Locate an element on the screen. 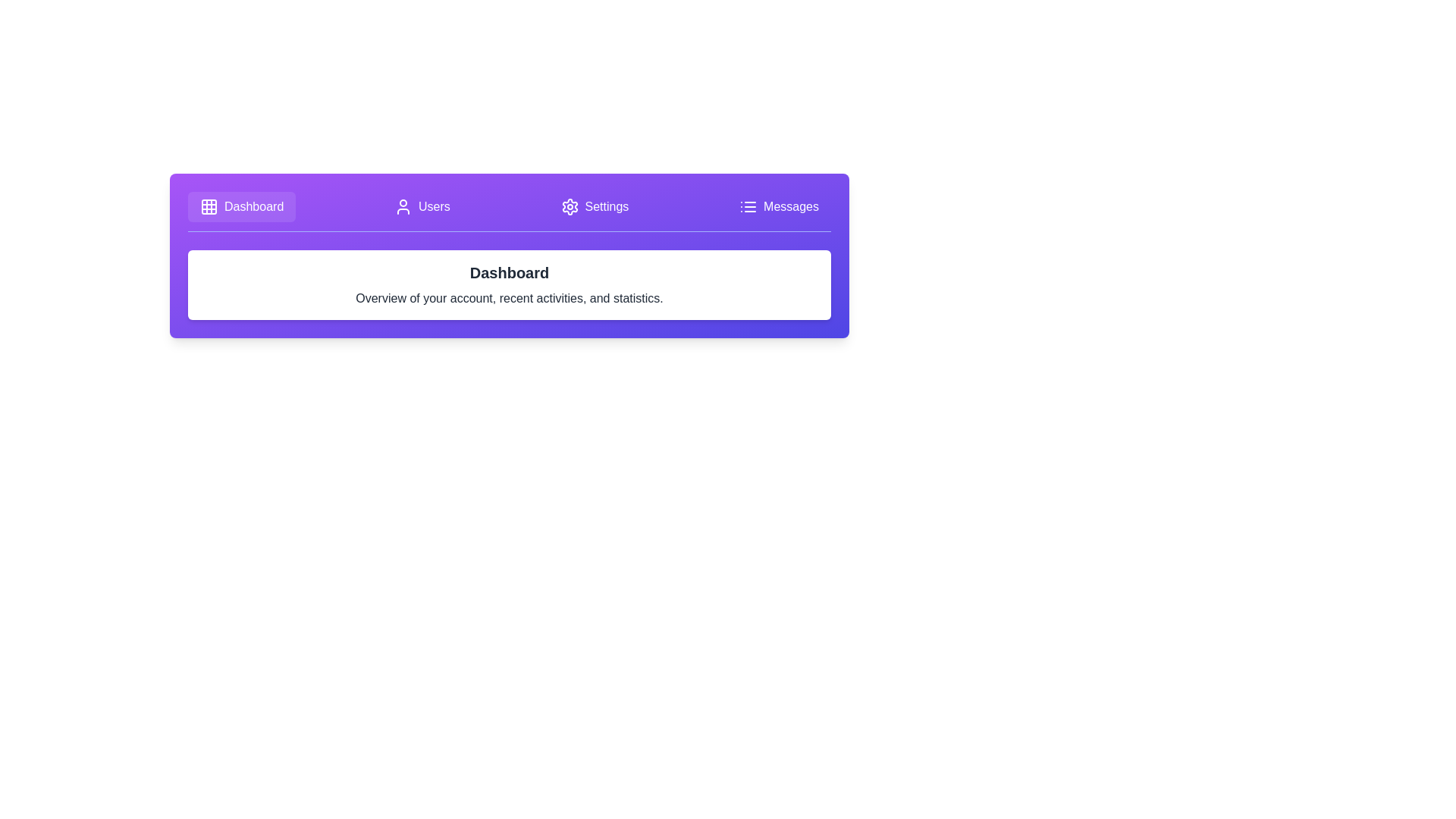  the vertically stacked lines icon resembling a list or options menu located to the left of the 'Messages' text label in the top navigation bar is located at coordinates (748, 207).